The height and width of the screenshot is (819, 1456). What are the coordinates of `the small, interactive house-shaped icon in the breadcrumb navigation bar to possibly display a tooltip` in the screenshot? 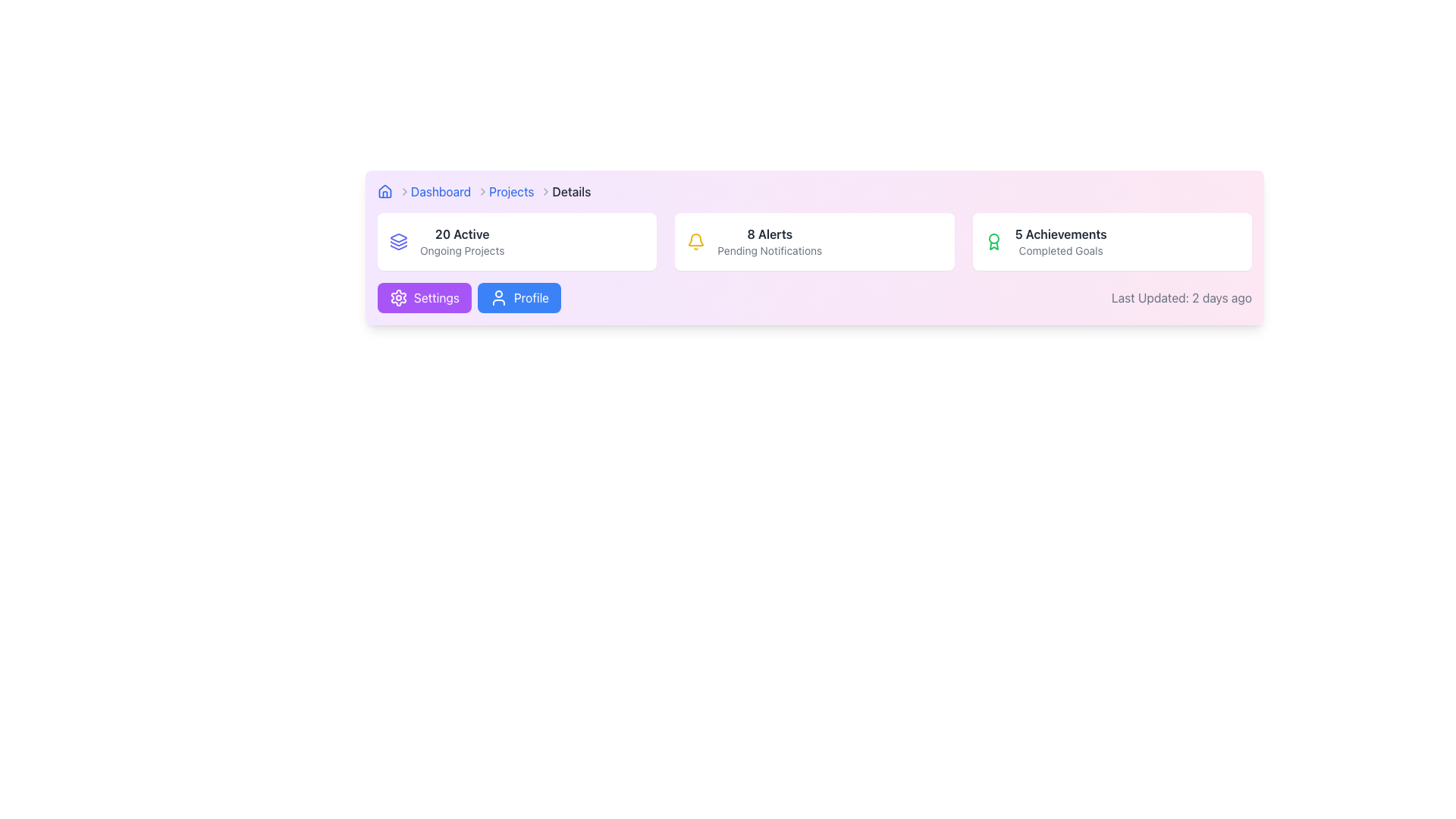 It's located at (385, 191).